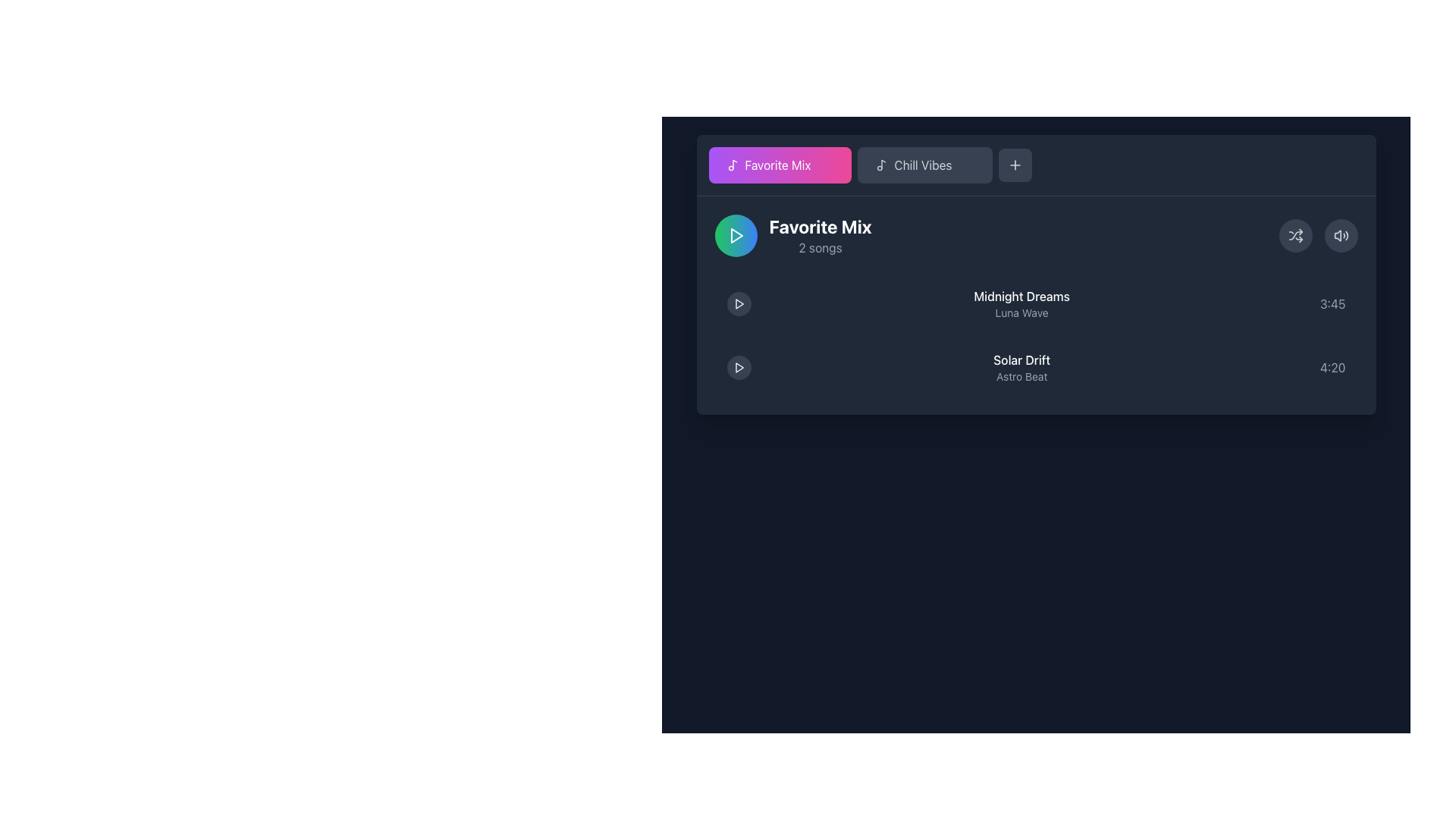  Describe the element at coordinates (736, 236) in the screenshot. I see `the circular button with a gradient background and a white play icon in the 'Favorite Mix 2 songs' section` at that location.